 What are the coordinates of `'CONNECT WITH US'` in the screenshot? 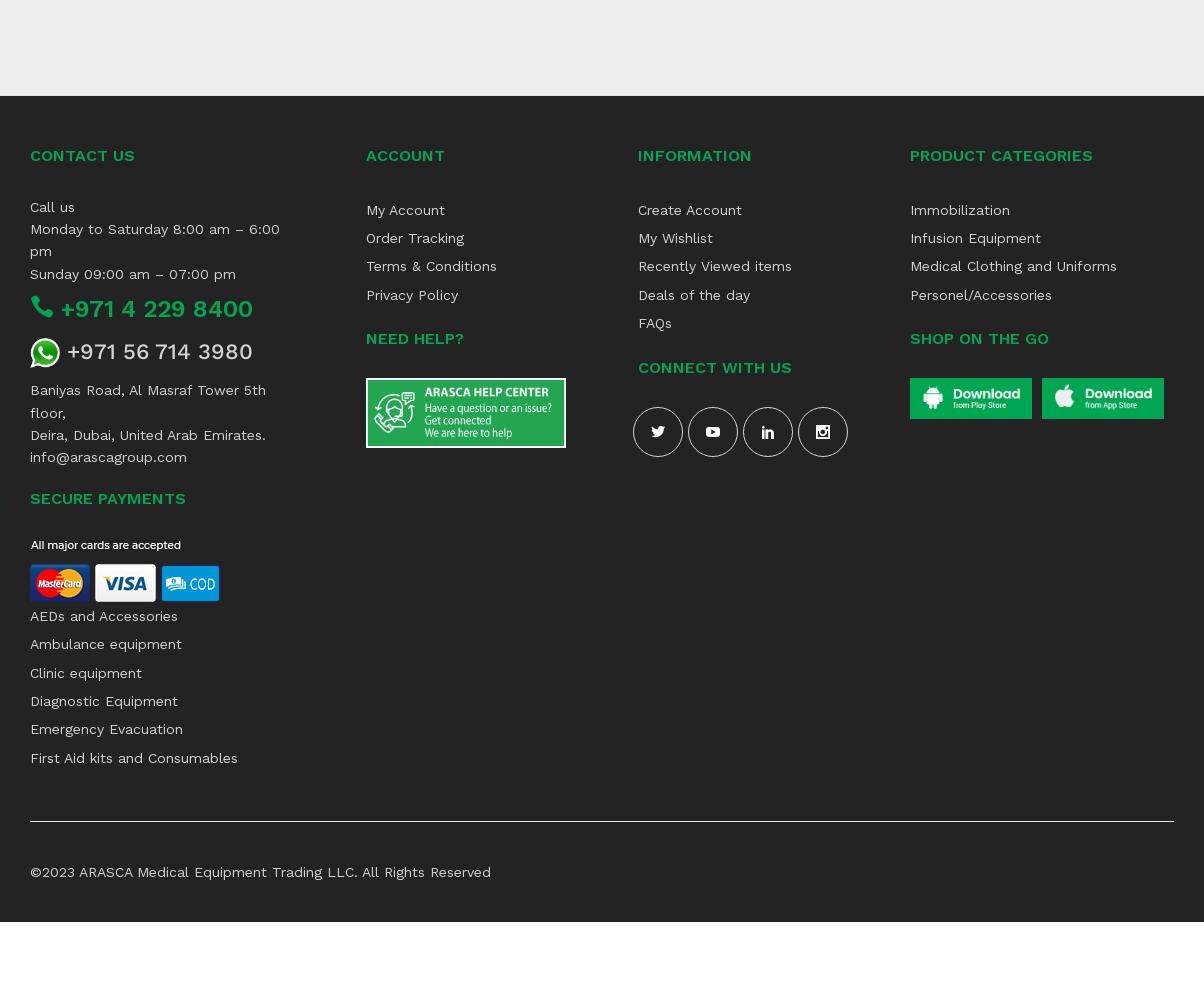 It's located at (637, 365).